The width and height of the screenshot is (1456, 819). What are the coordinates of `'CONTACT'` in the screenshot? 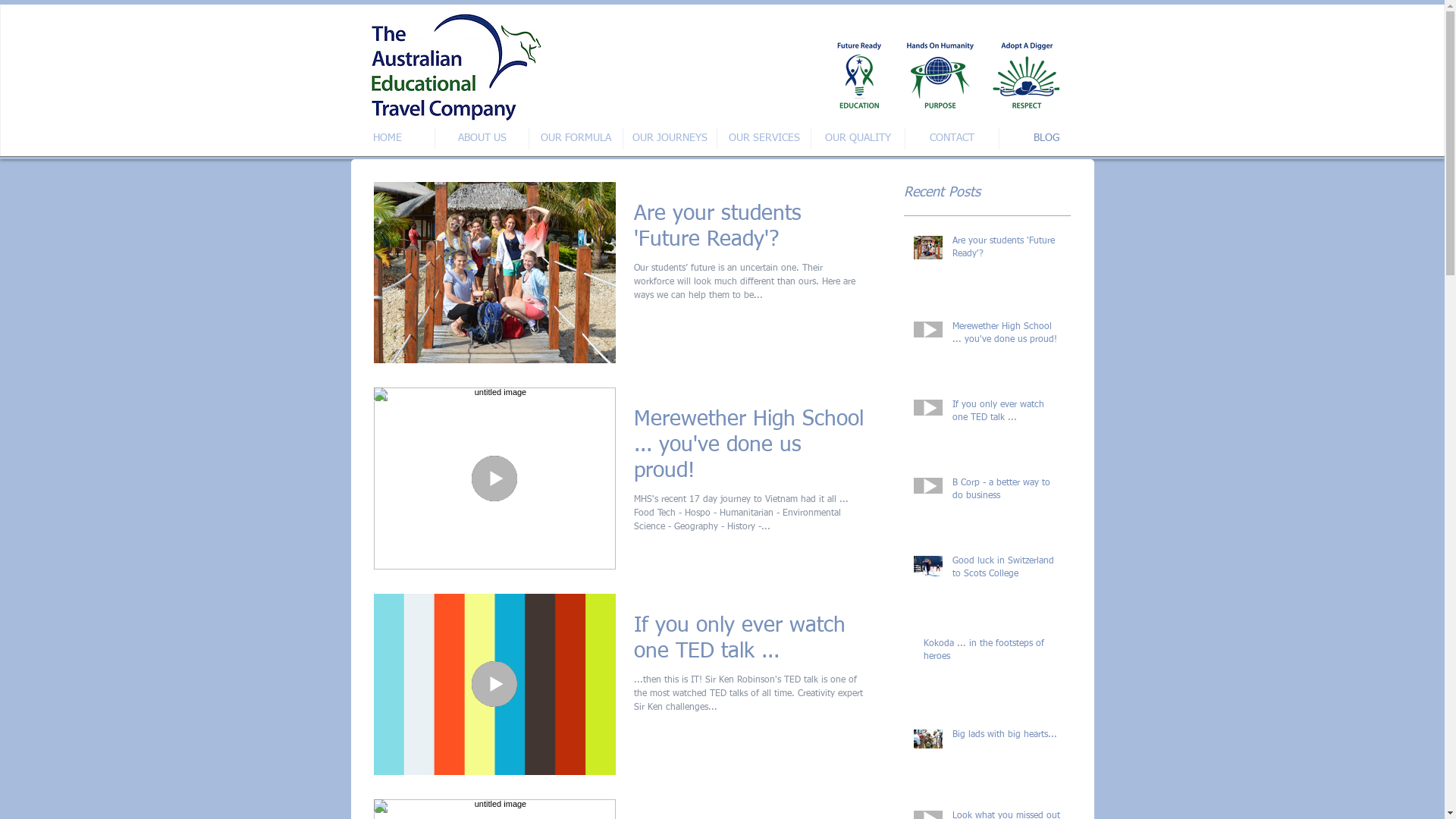 It's located at (951, 138).